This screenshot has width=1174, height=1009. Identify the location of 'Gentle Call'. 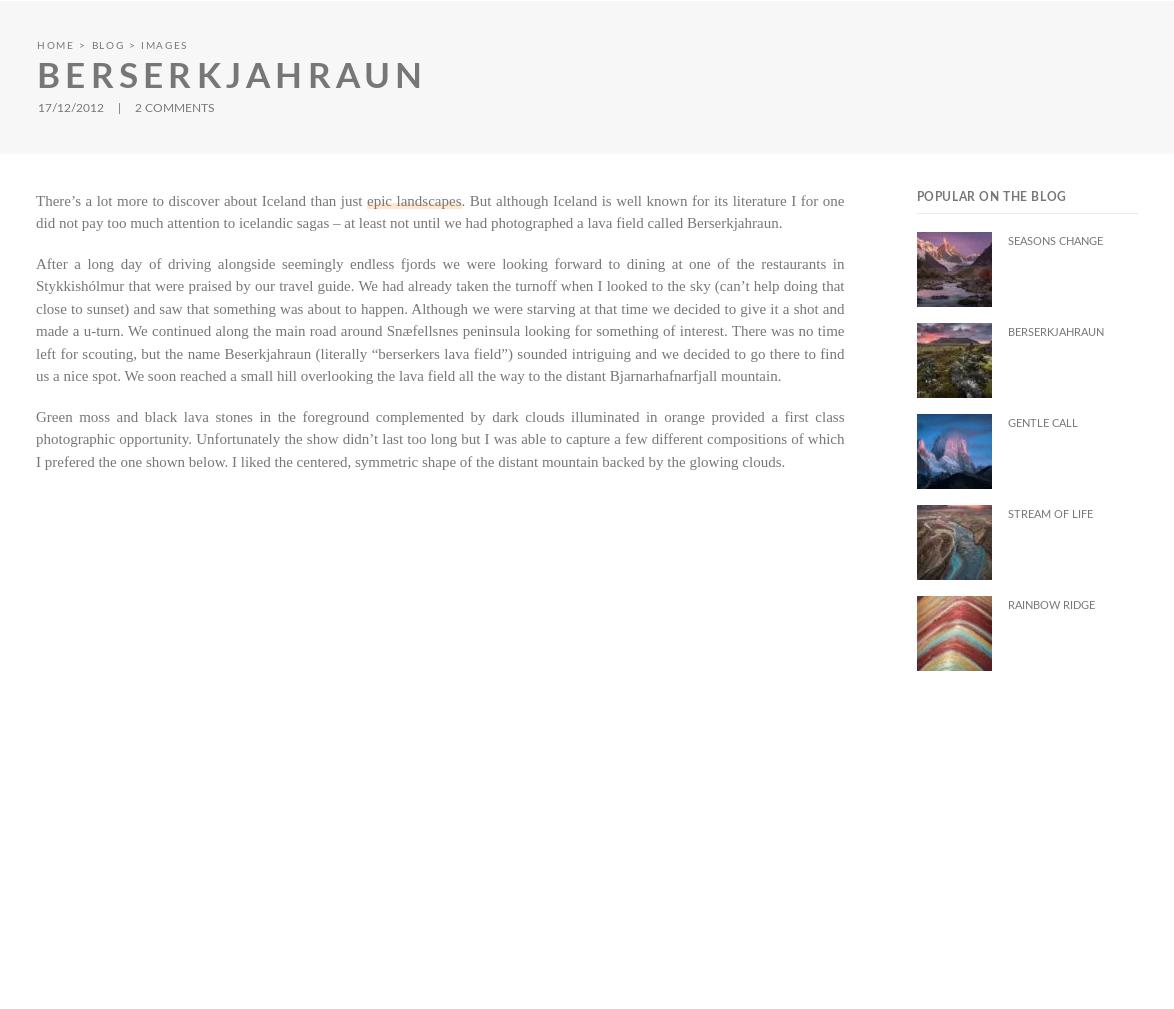
(1041, 422).